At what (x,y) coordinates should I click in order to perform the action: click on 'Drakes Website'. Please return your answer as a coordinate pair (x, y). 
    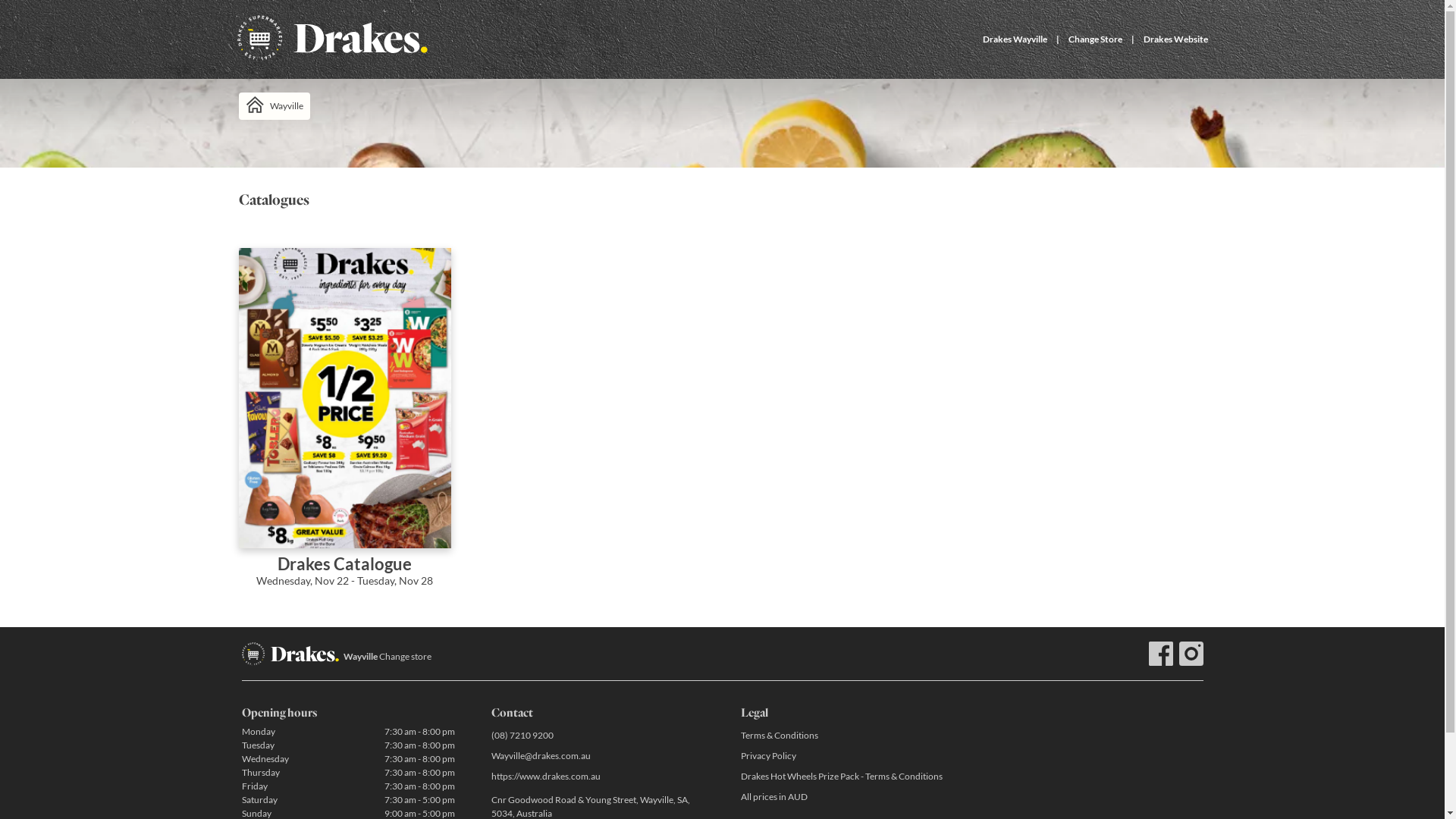
    Looking at the image, I should click on (1175, 38).